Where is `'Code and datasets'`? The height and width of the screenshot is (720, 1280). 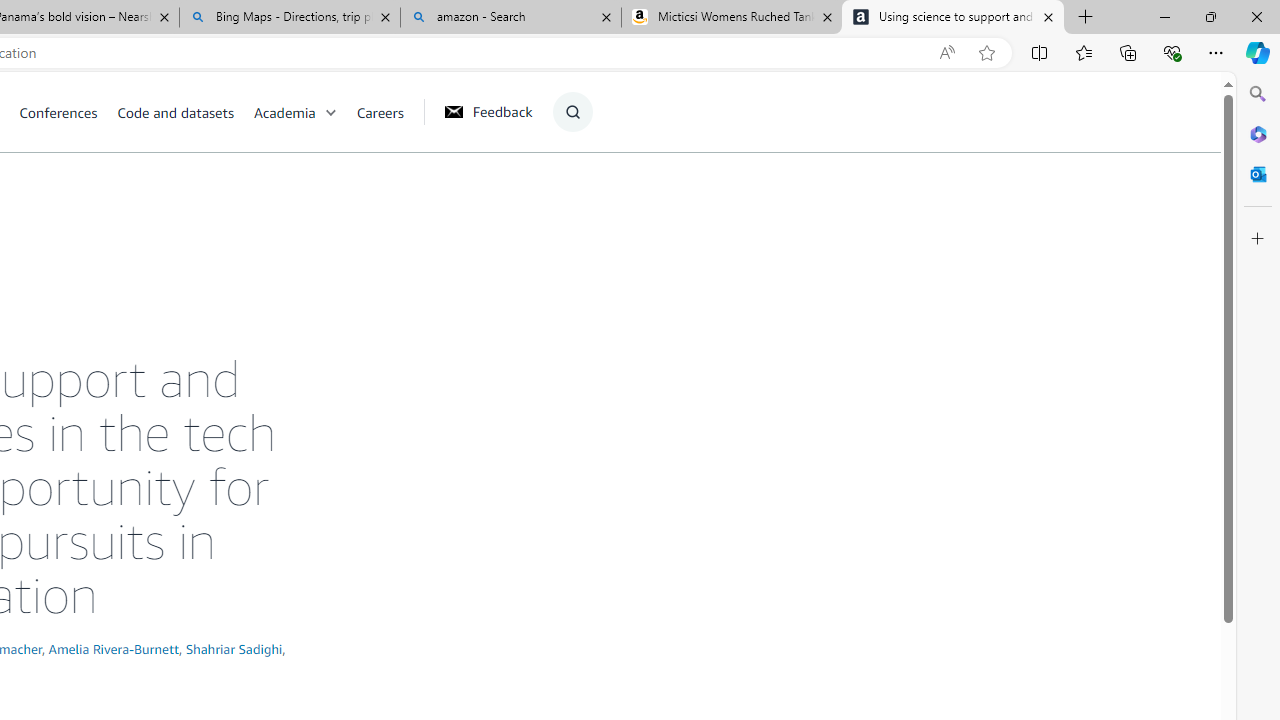
'Code and datasets' is located at coordinates (175, 111).